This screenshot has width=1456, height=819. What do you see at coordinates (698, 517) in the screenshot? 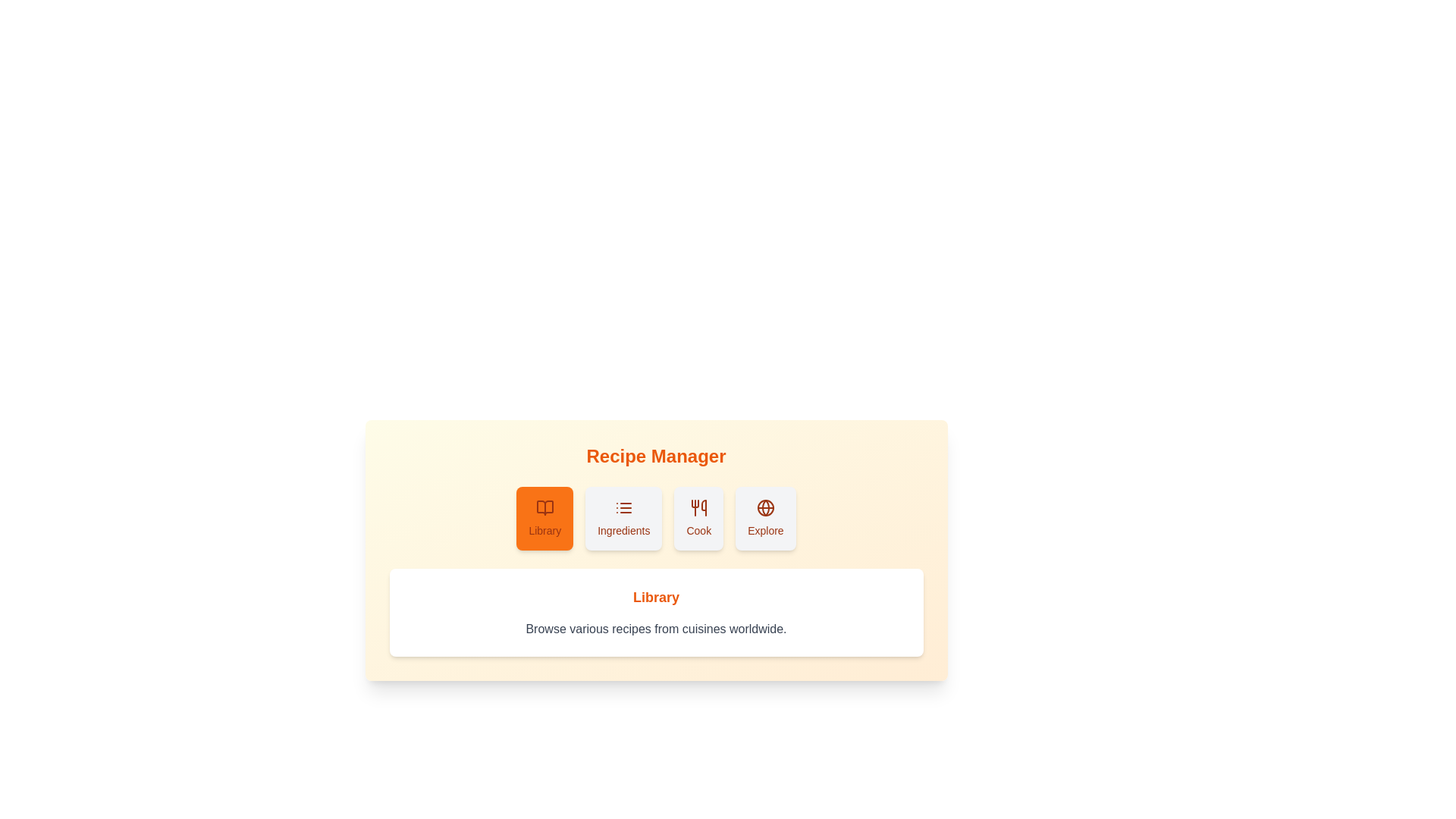
I see `the Cook tab in the RecipeCollection component` at bounding box center [698, 517].